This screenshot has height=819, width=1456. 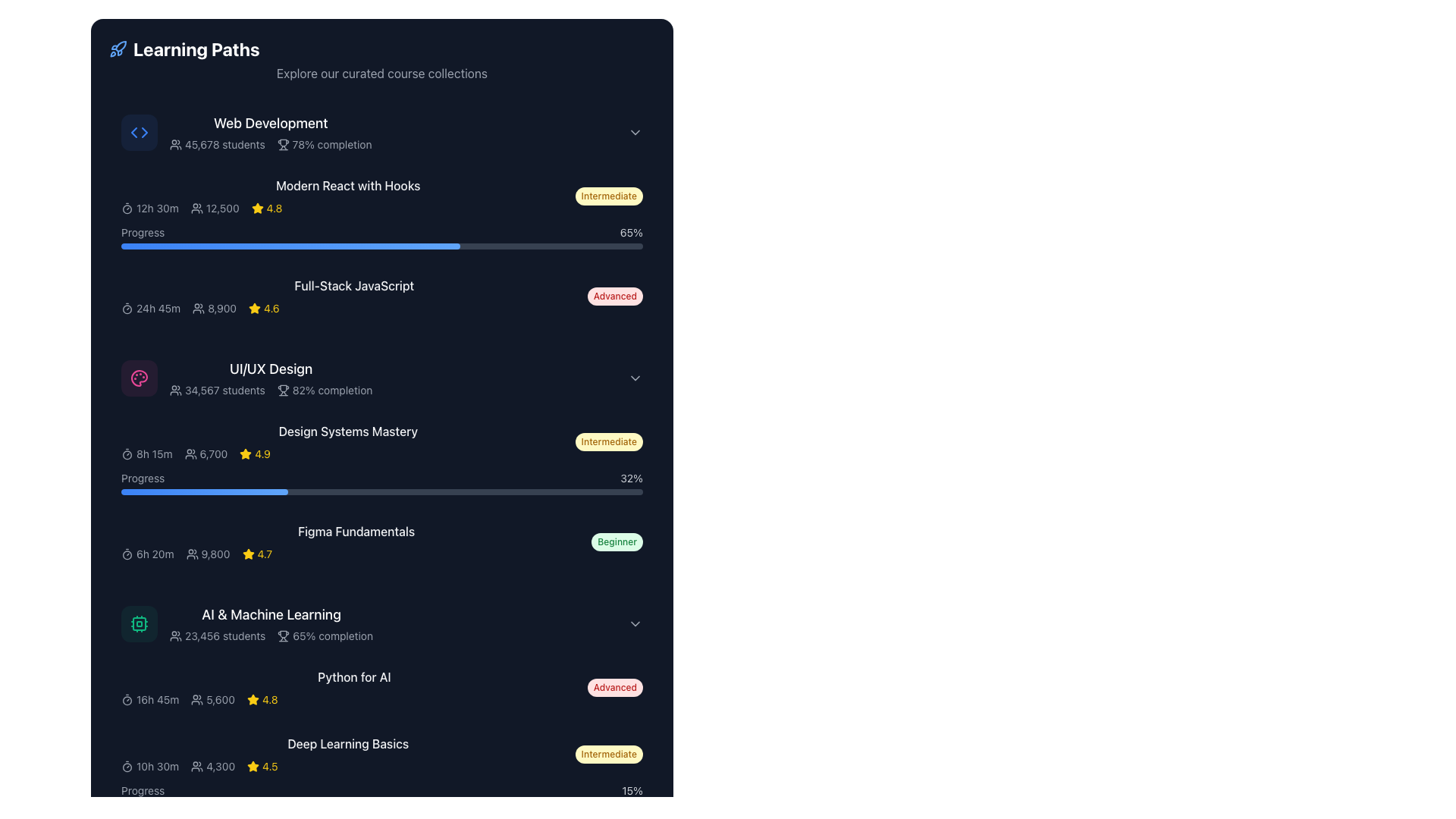 What do you see at coordinates (139, 131) in the screenshot?
I see `the blue angle bracket icon (</>) styled as an SVG graphic located at the top of the 'Web Development' section` at bounding box center [139, 131].